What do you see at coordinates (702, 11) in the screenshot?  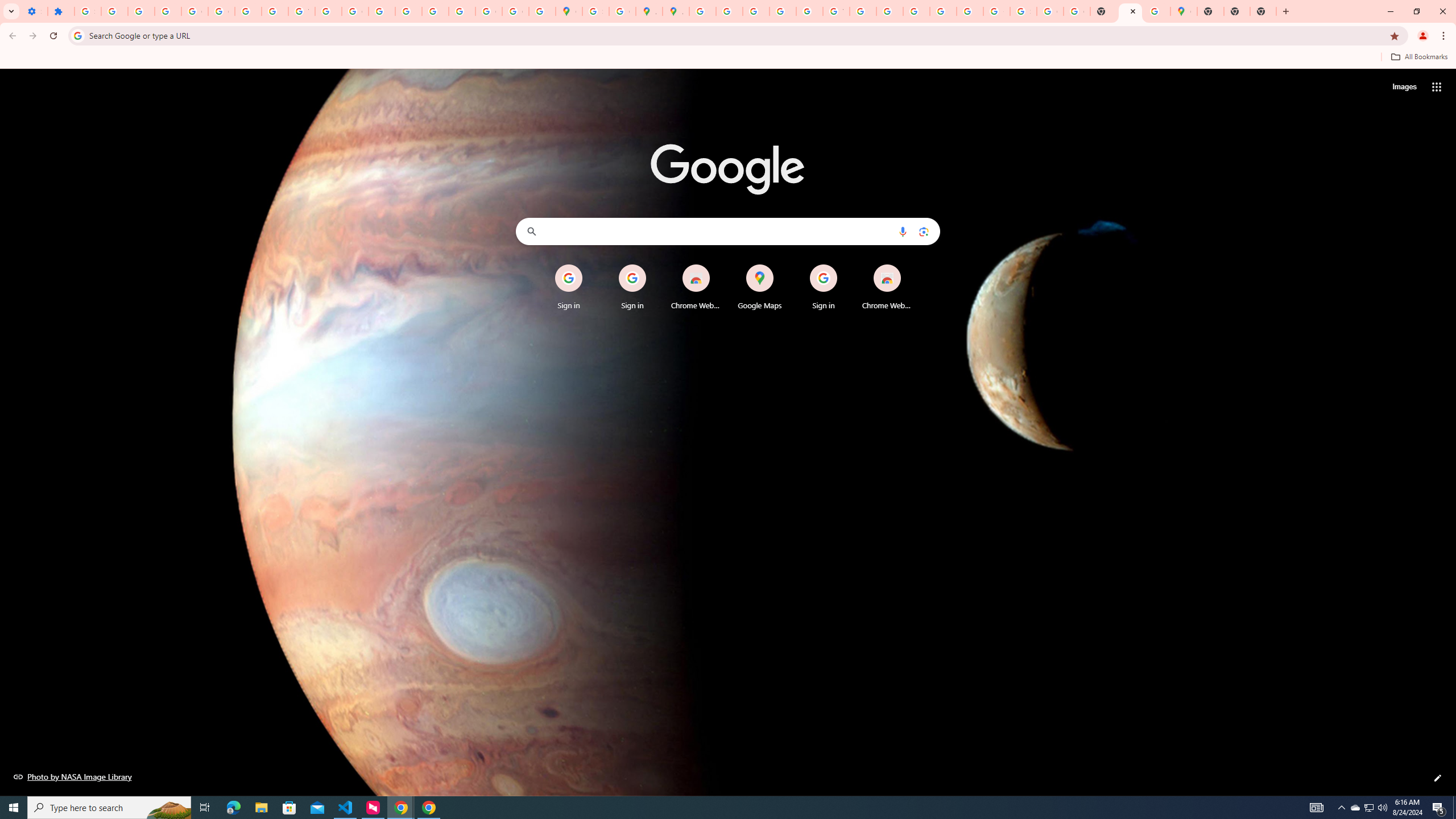 I see `'Policy Accountability and Transparency - Transparency Center'` at bounding box center [702, 11].